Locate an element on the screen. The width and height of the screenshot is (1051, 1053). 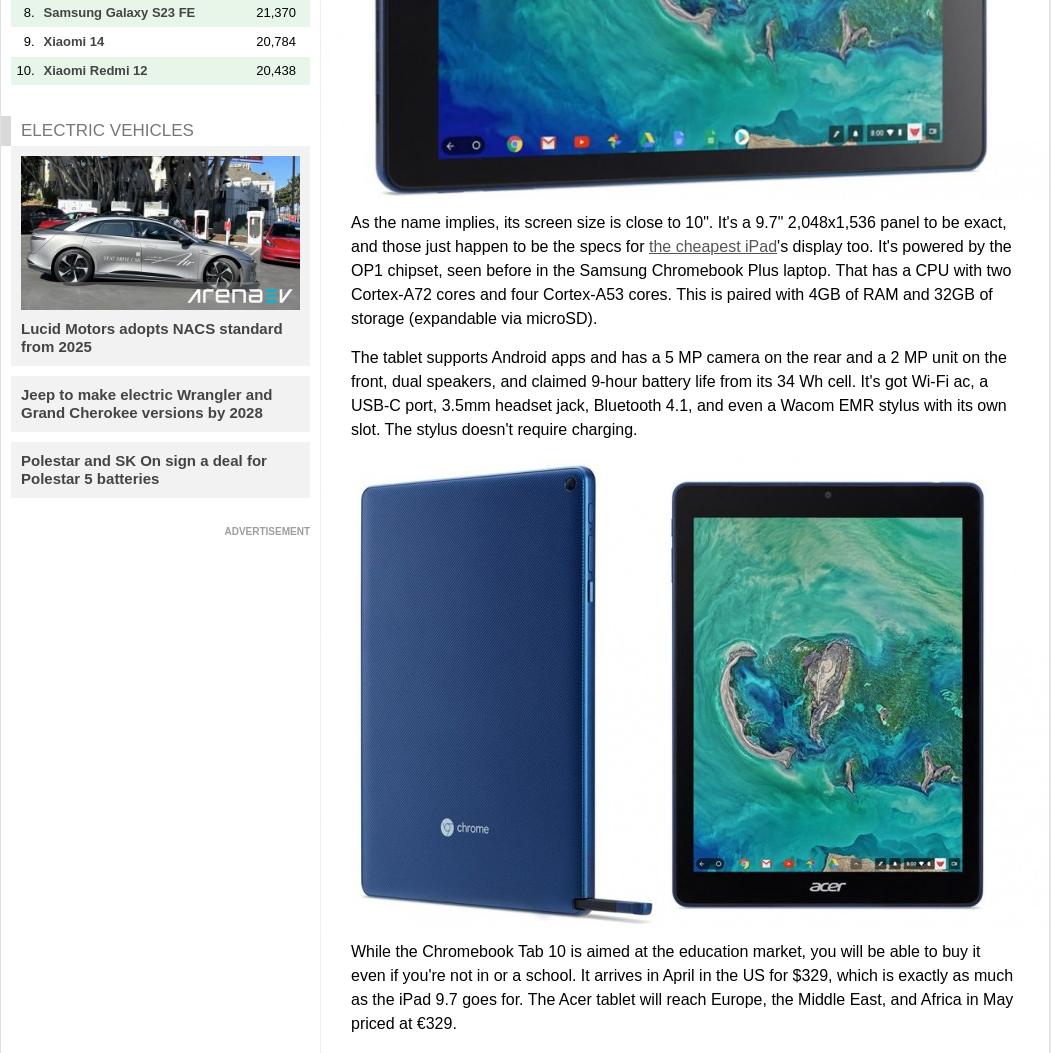
'ADVERTISEMENT' is located at coordinates (266, 529).